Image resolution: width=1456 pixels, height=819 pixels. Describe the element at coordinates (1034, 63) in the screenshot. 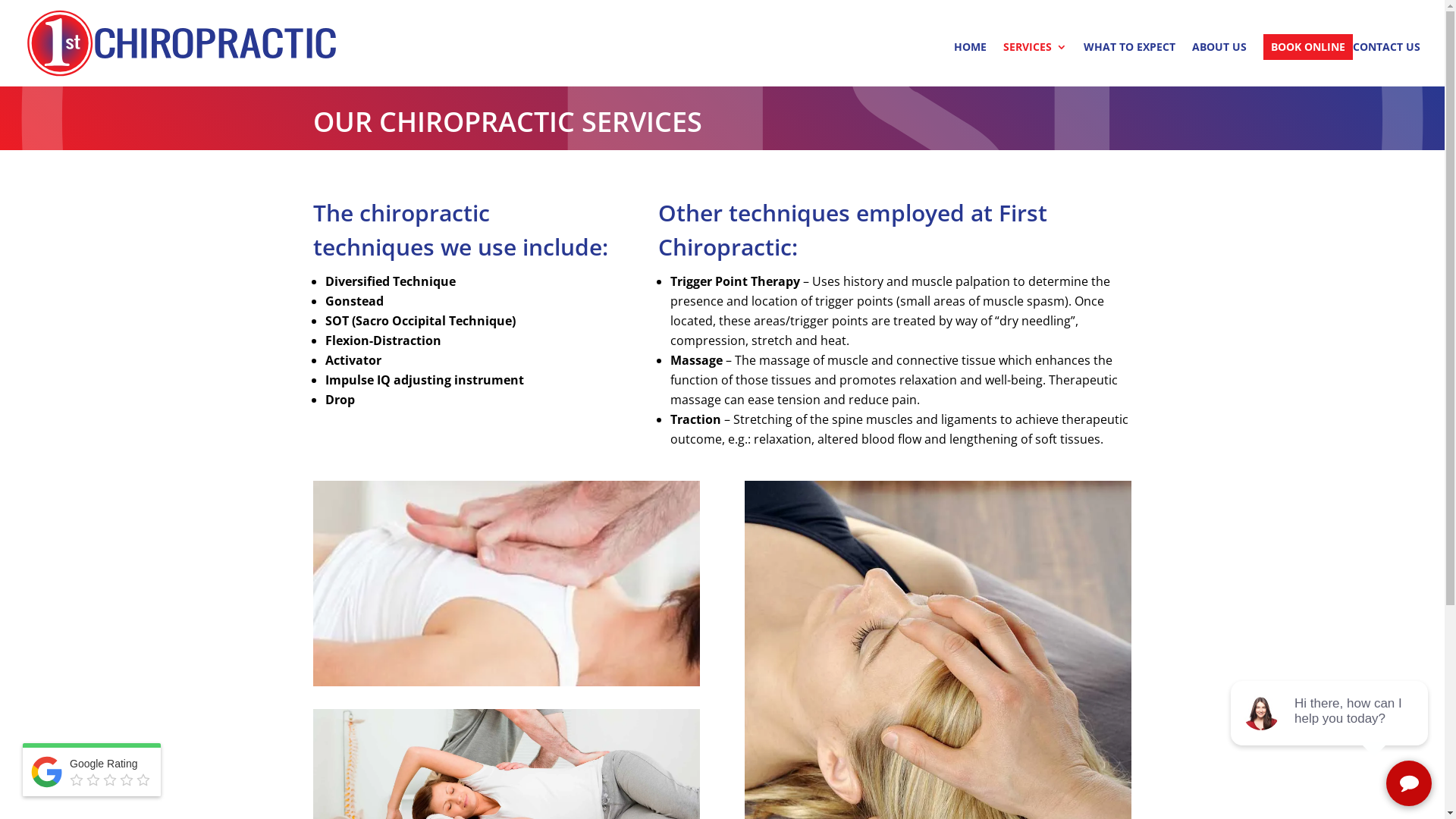

I see `'SERVICES'` at that location.